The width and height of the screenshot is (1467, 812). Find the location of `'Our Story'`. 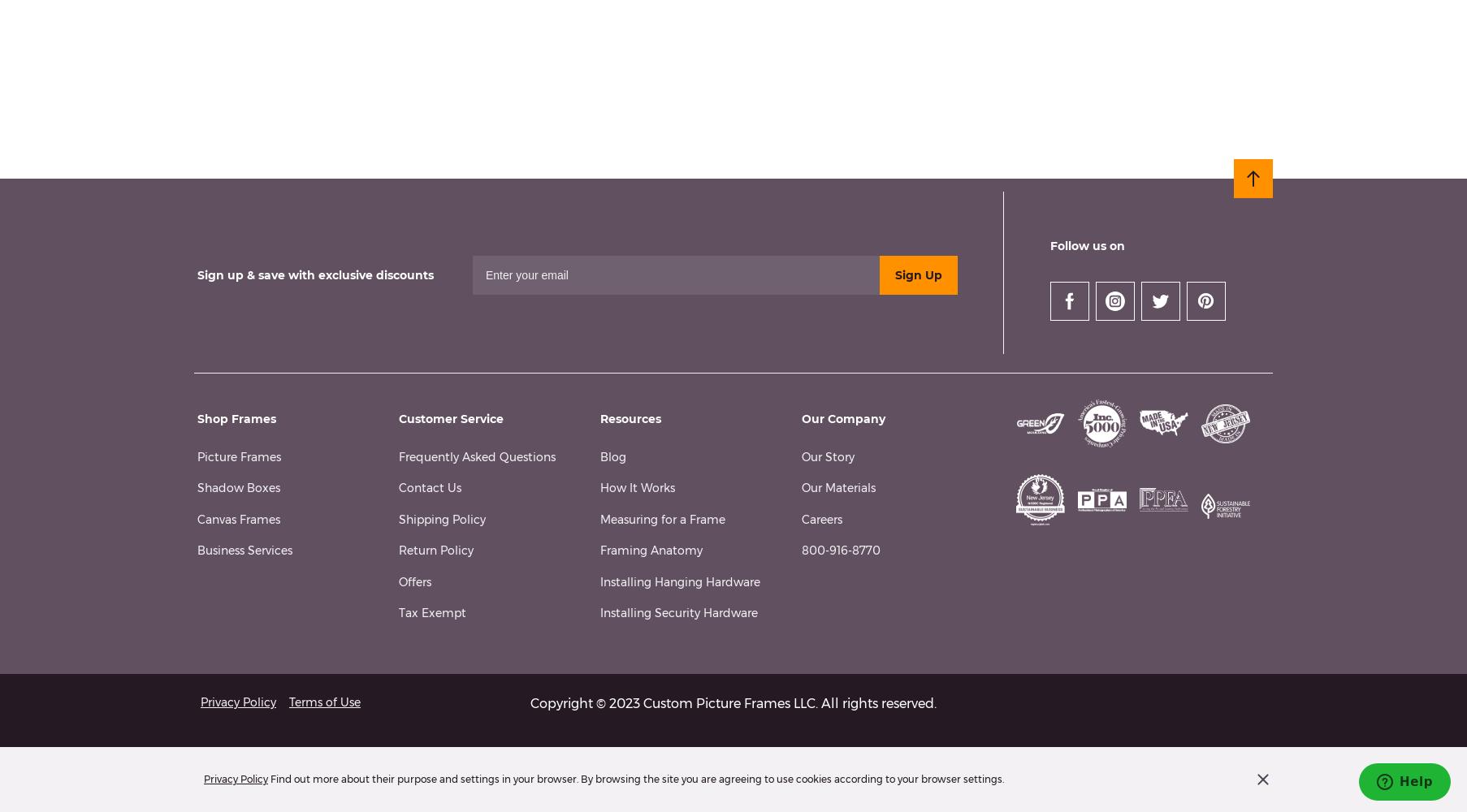

'Our Story' is located at coordinates (801, 456).